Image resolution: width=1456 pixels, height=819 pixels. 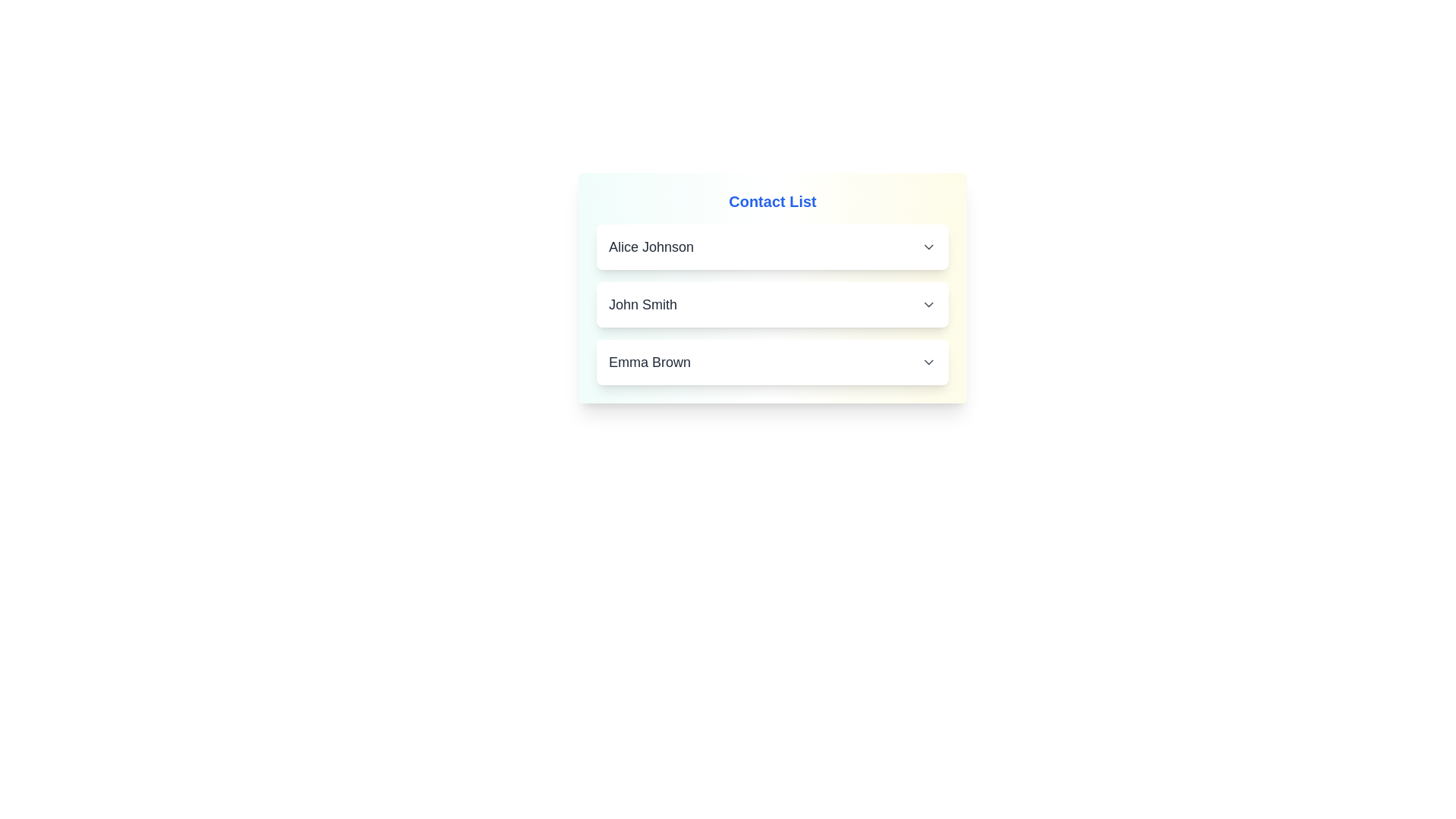 I want to click on the contact name John Smith to reveal its details, so click(x=772, y=304).